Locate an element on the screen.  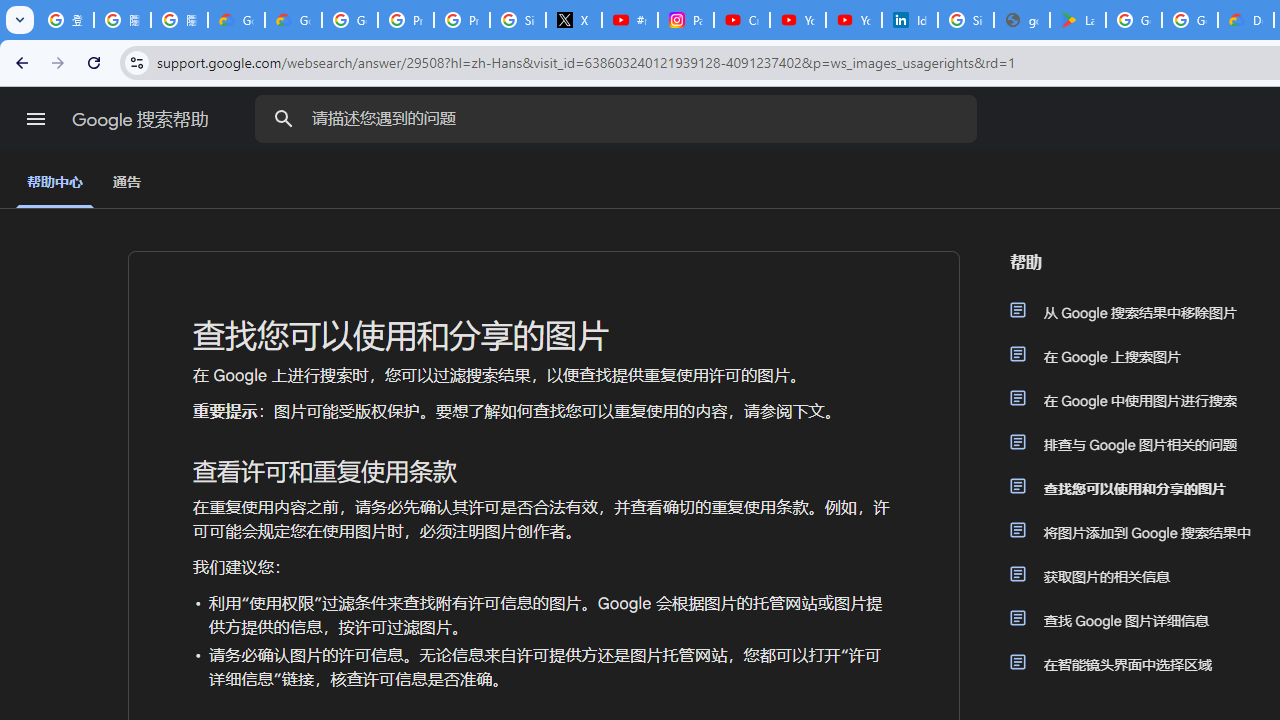
'Google Workspace - Specific Terms' is located at coordinates (1190, 20).